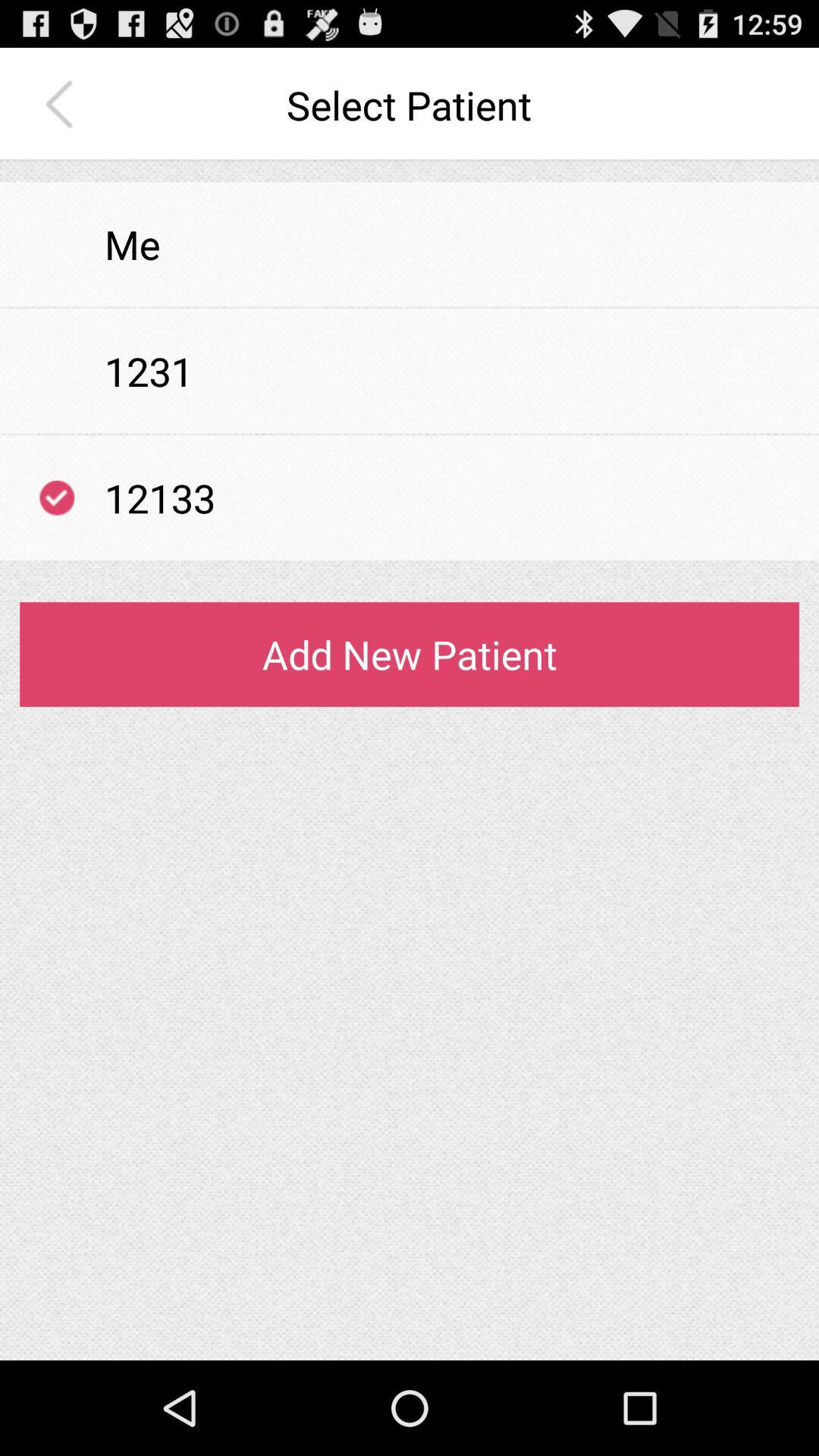 Image resolution: width=819 pixels, height=1456 pixels. Describe the element at coordinates (160, 497) in the screenshot. I see `the 12133 item` at that location.